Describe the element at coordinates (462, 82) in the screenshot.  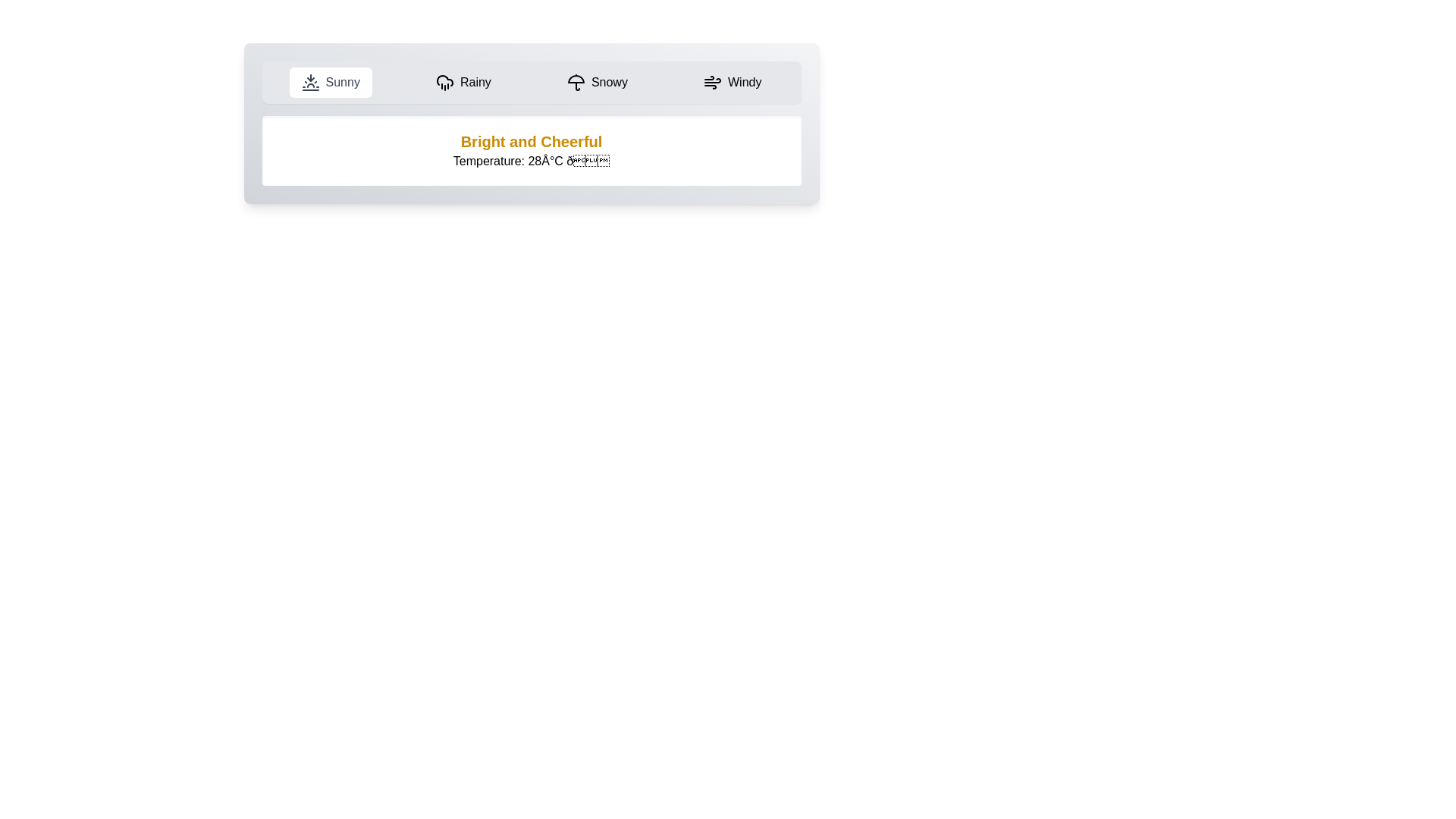
I see `the Rainy weather tab` at that location.